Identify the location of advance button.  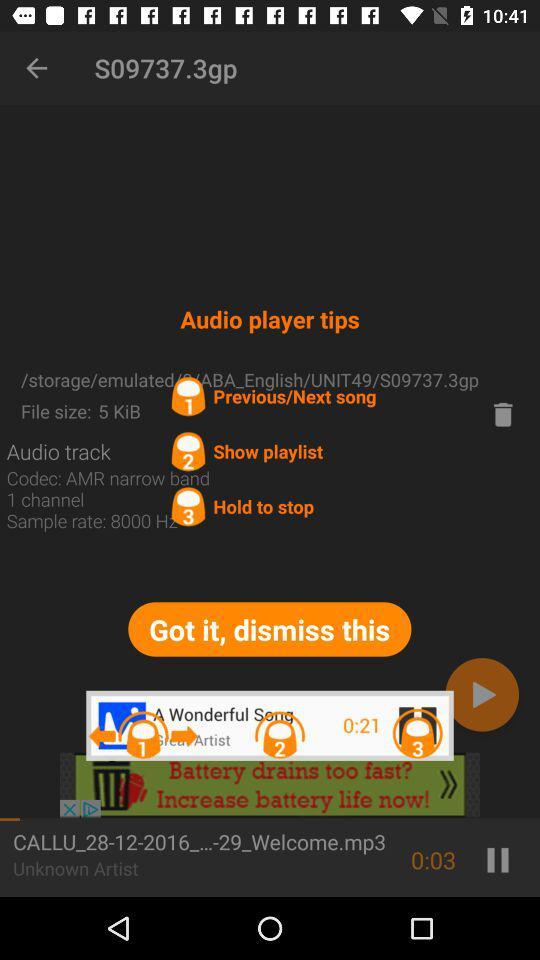
(481, 694).